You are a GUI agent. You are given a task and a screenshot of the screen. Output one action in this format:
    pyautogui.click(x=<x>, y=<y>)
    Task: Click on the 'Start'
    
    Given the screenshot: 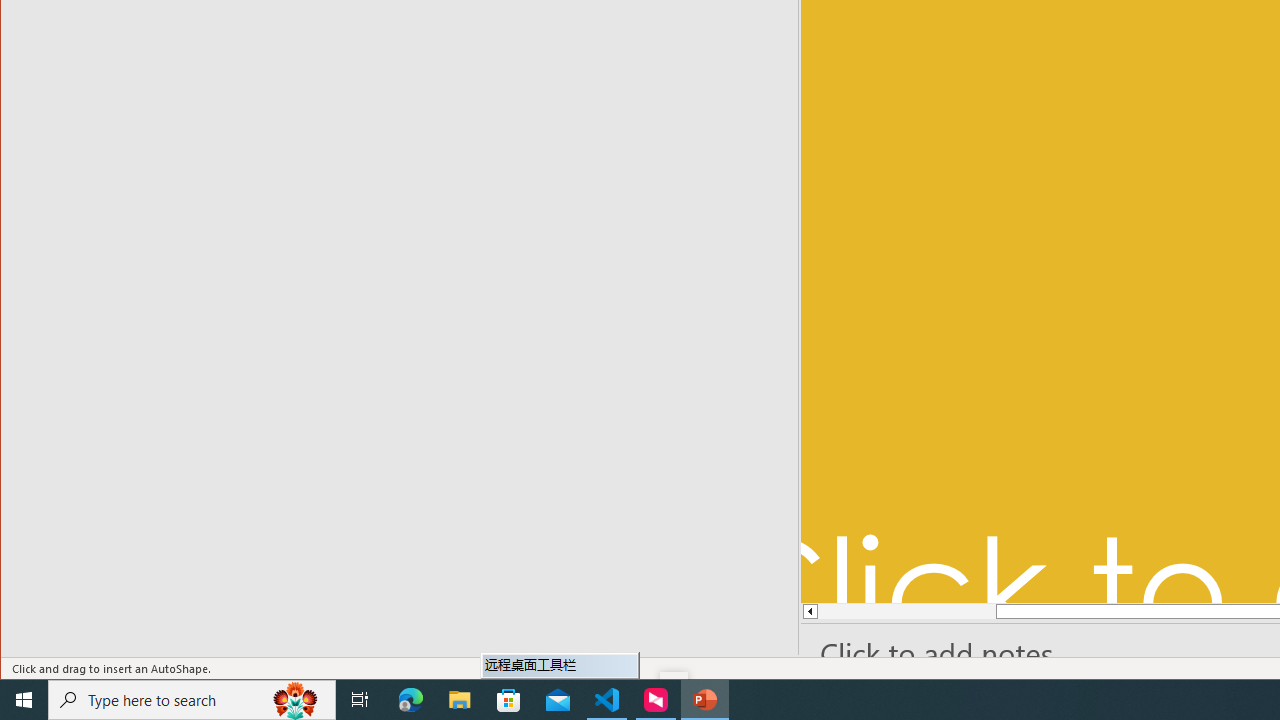 What is the action you would take?
    pyautogui.click(x=24, y=698)
    